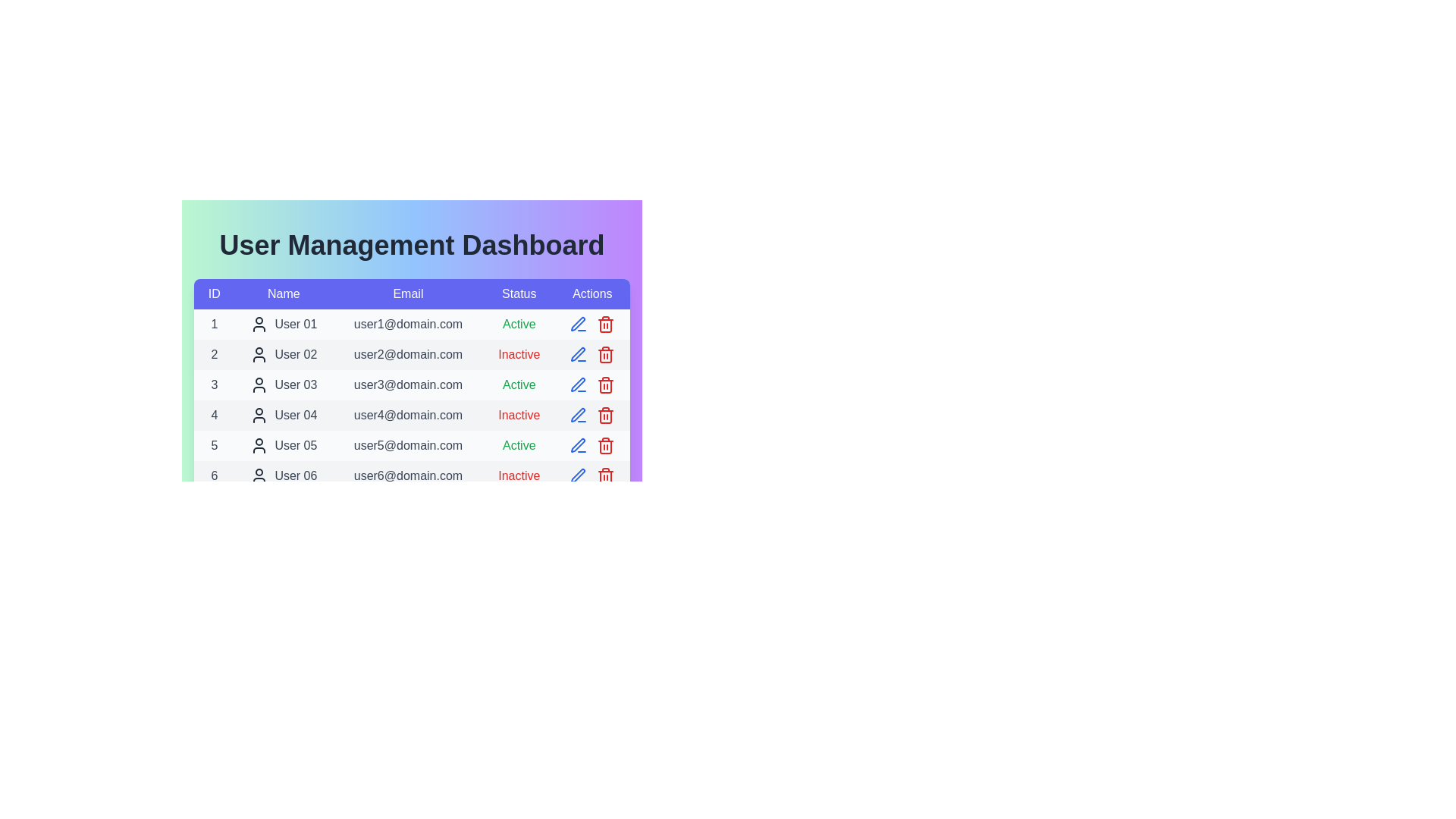  What do you see at coordinates (578, 780) in the screenshot?
I see `the edit icon for the user with ID 16` at bounding box center [578, 780].